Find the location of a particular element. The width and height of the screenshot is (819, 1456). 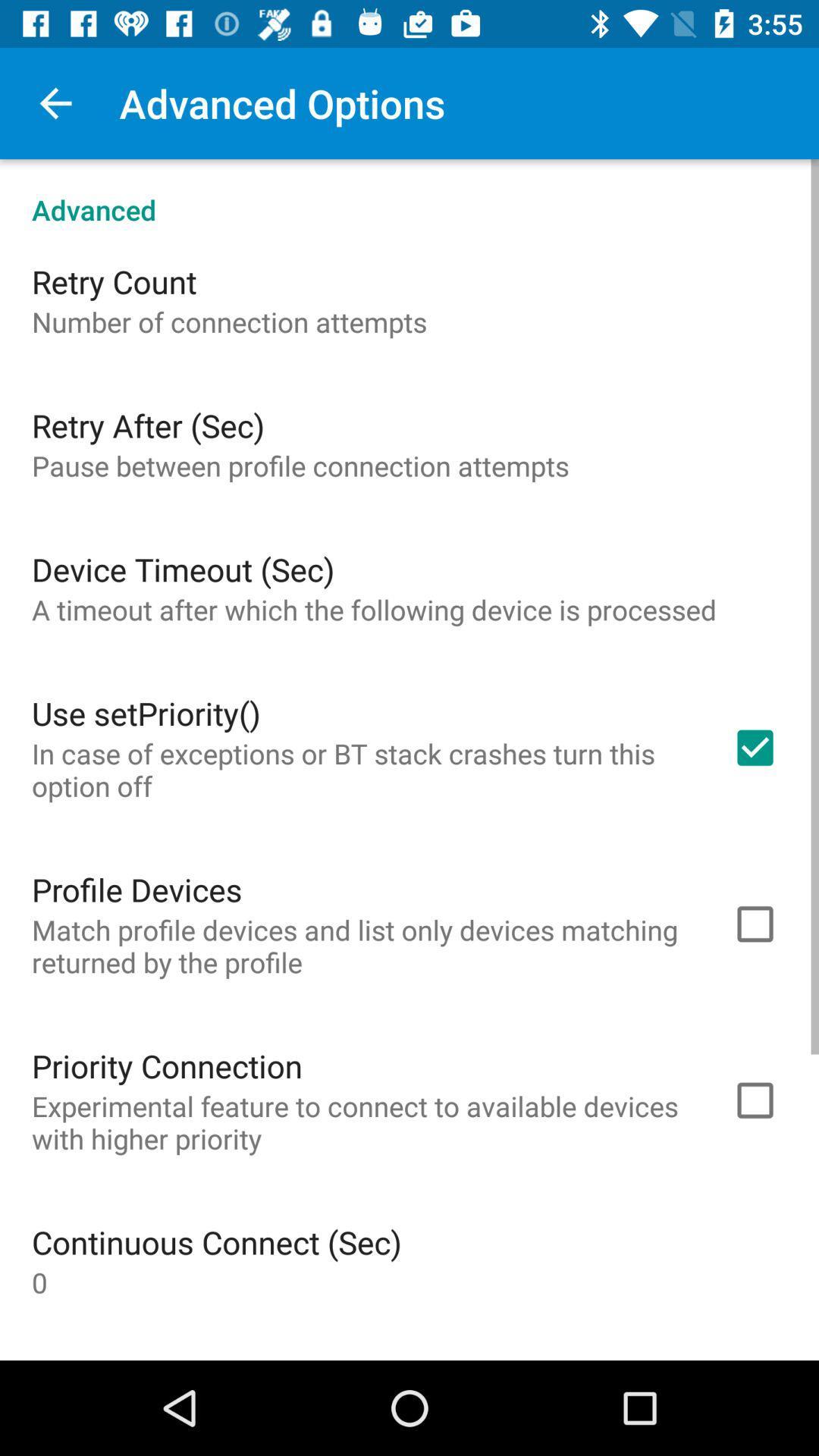

the icon above retry after (sec) is located at coordinates (229, 321).